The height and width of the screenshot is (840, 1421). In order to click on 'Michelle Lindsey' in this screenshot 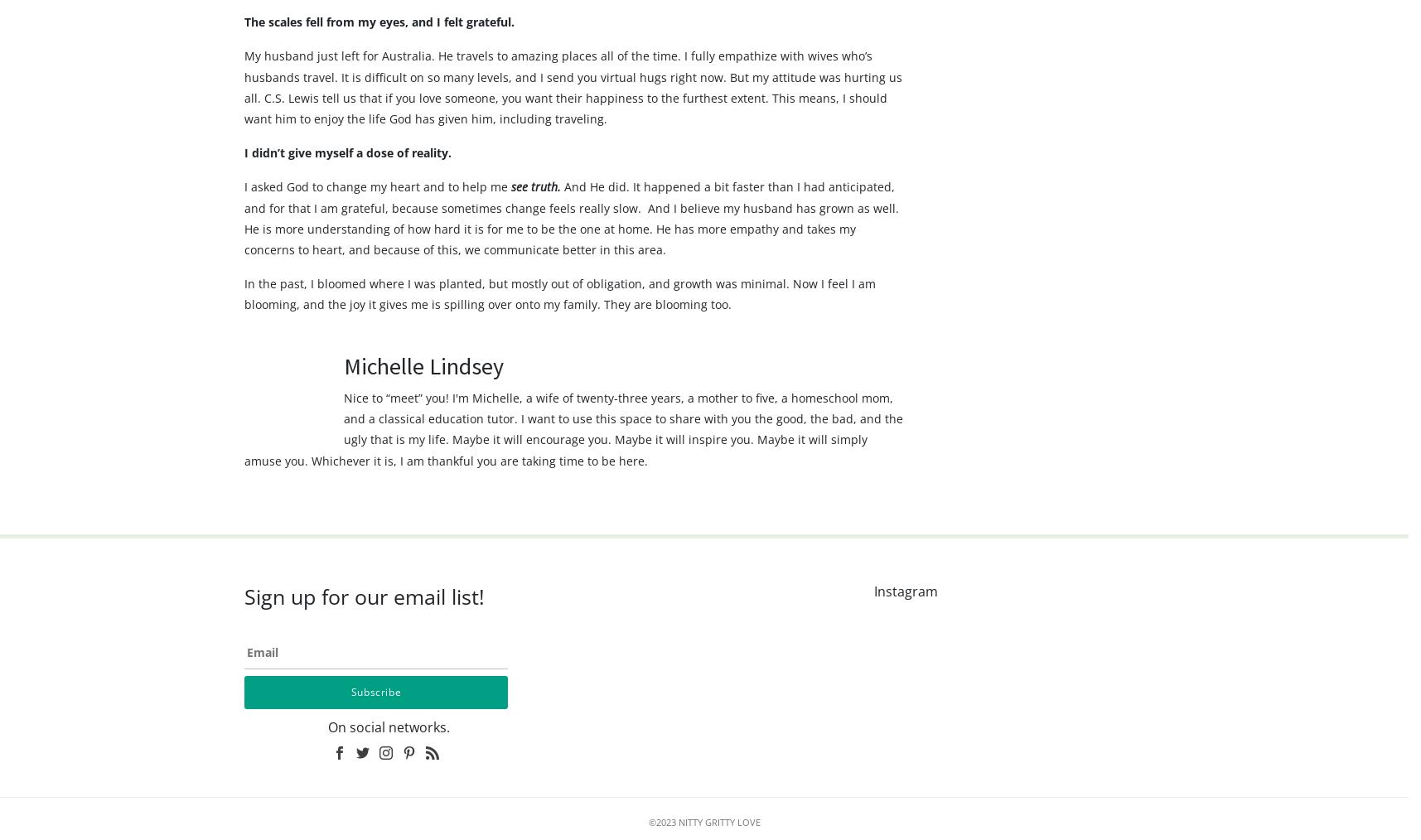, I will do `click(423, 398)`.